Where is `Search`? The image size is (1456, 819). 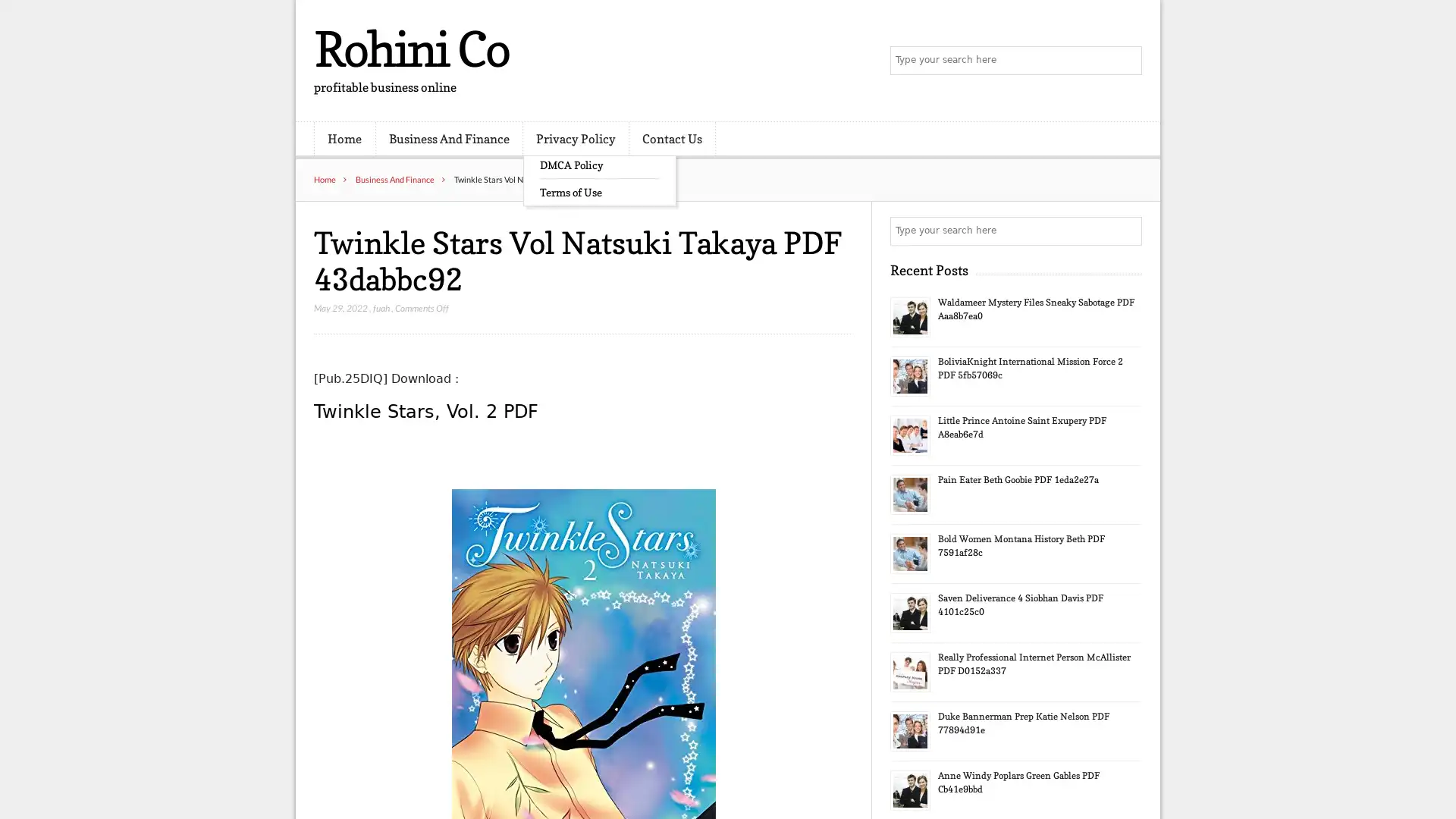 Search is located at coordinates (1126, 61).